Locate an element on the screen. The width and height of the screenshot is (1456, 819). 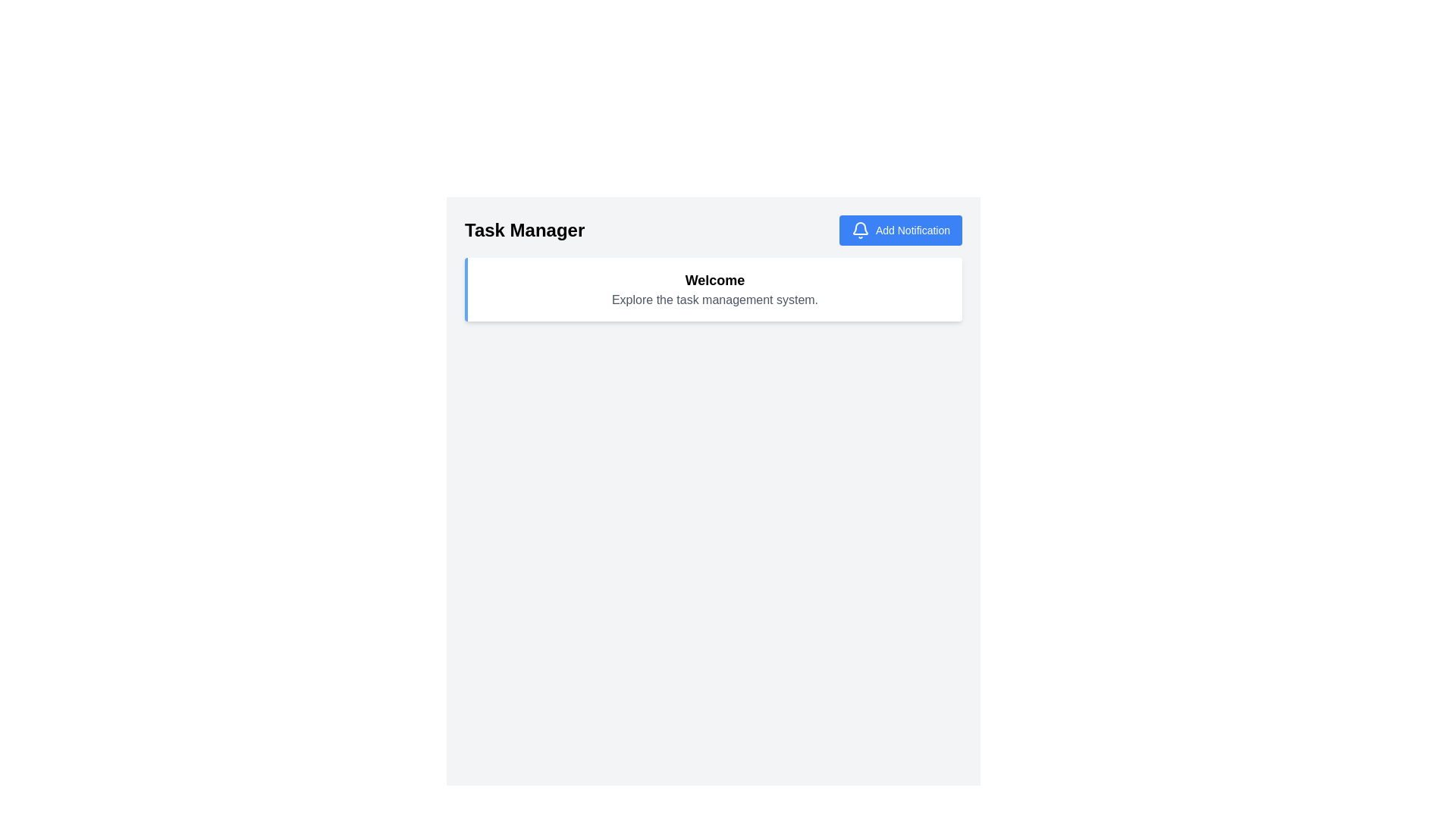
the 'Welcome' text block to check for interactivity, which is a prominent white rectangular box with a blue left border located below the 'Task Manager' heading is located at coordinates (712, 289).